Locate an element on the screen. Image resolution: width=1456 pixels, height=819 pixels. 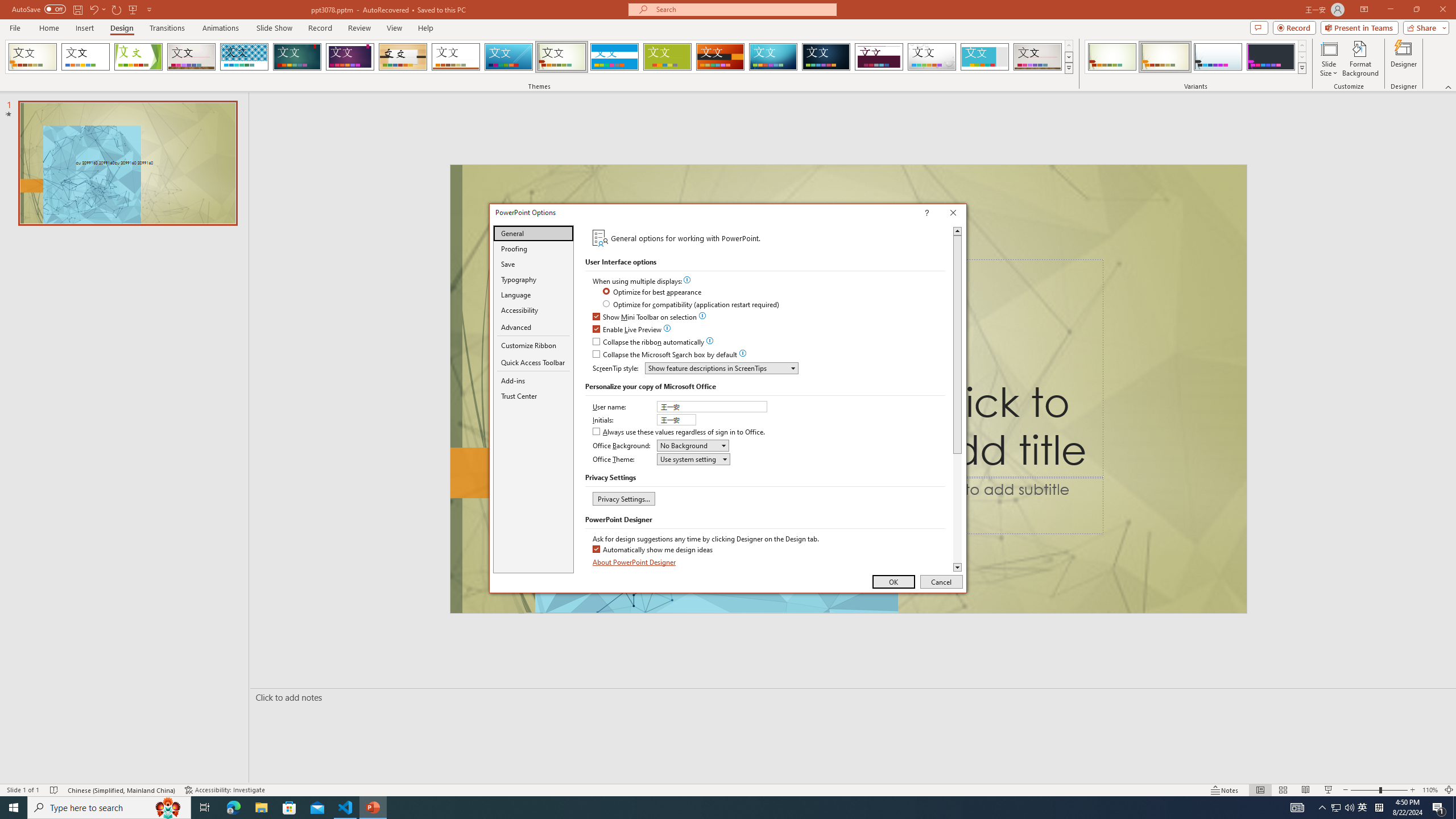
'Wisp Variant 1' is located at coordinates (1111, 56).